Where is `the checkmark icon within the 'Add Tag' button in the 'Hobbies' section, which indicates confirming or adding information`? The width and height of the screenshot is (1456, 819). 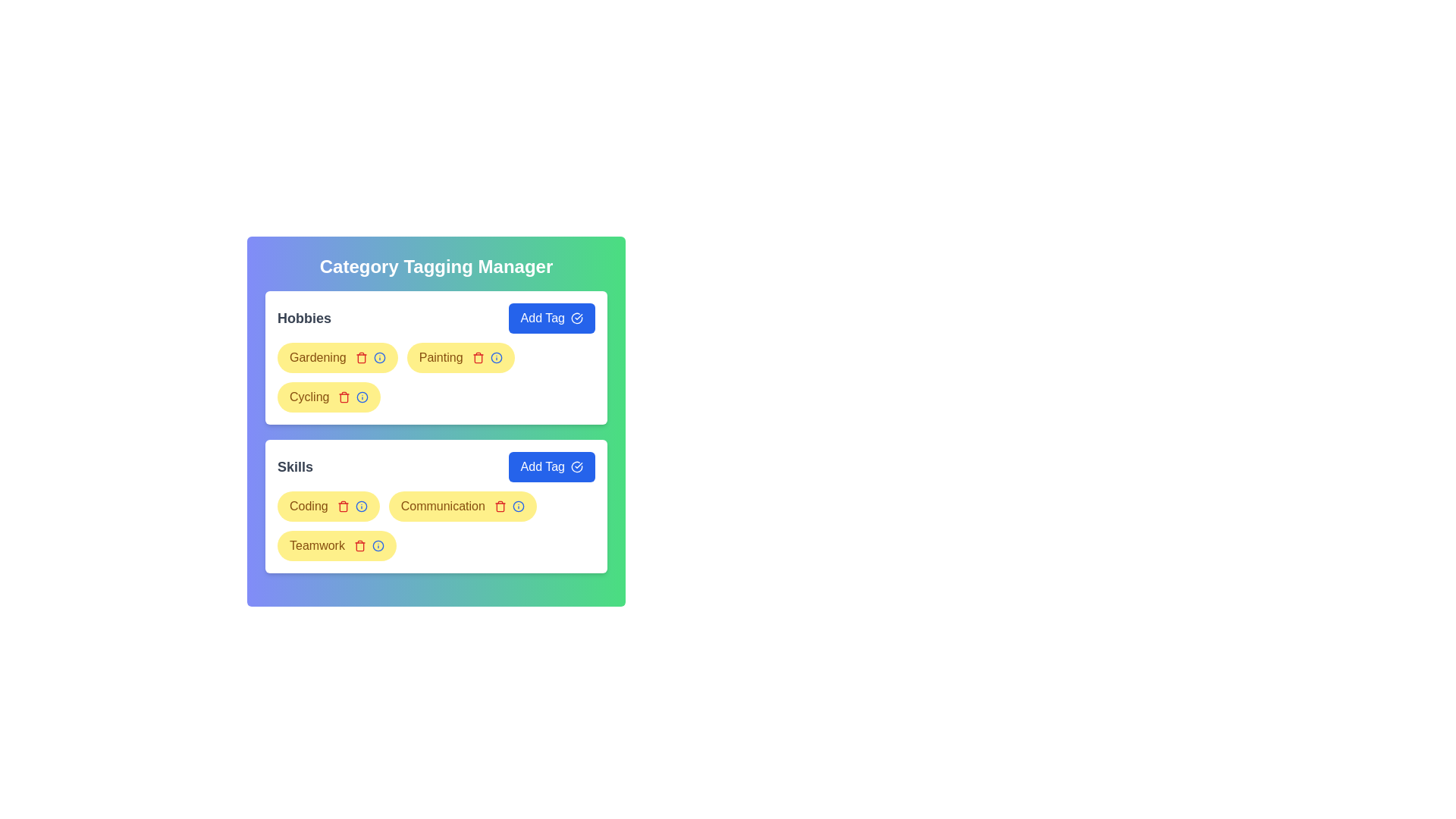
the checkmark icon within the 'Add Tag' button in the 'Hobbies' section, which indicates confirming or adding information is located at coordinates (576, 318).